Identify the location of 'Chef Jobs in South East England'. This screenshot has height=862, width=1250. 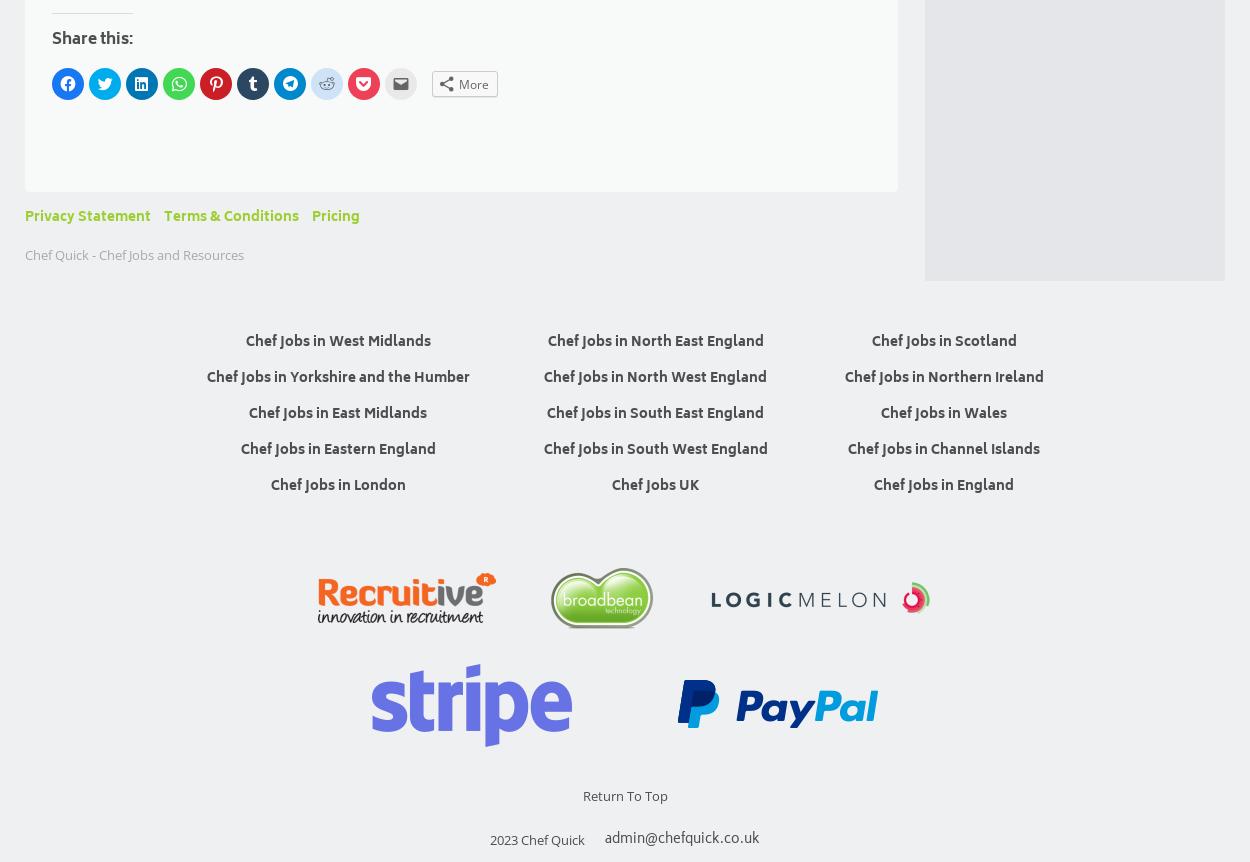
(655, 413).